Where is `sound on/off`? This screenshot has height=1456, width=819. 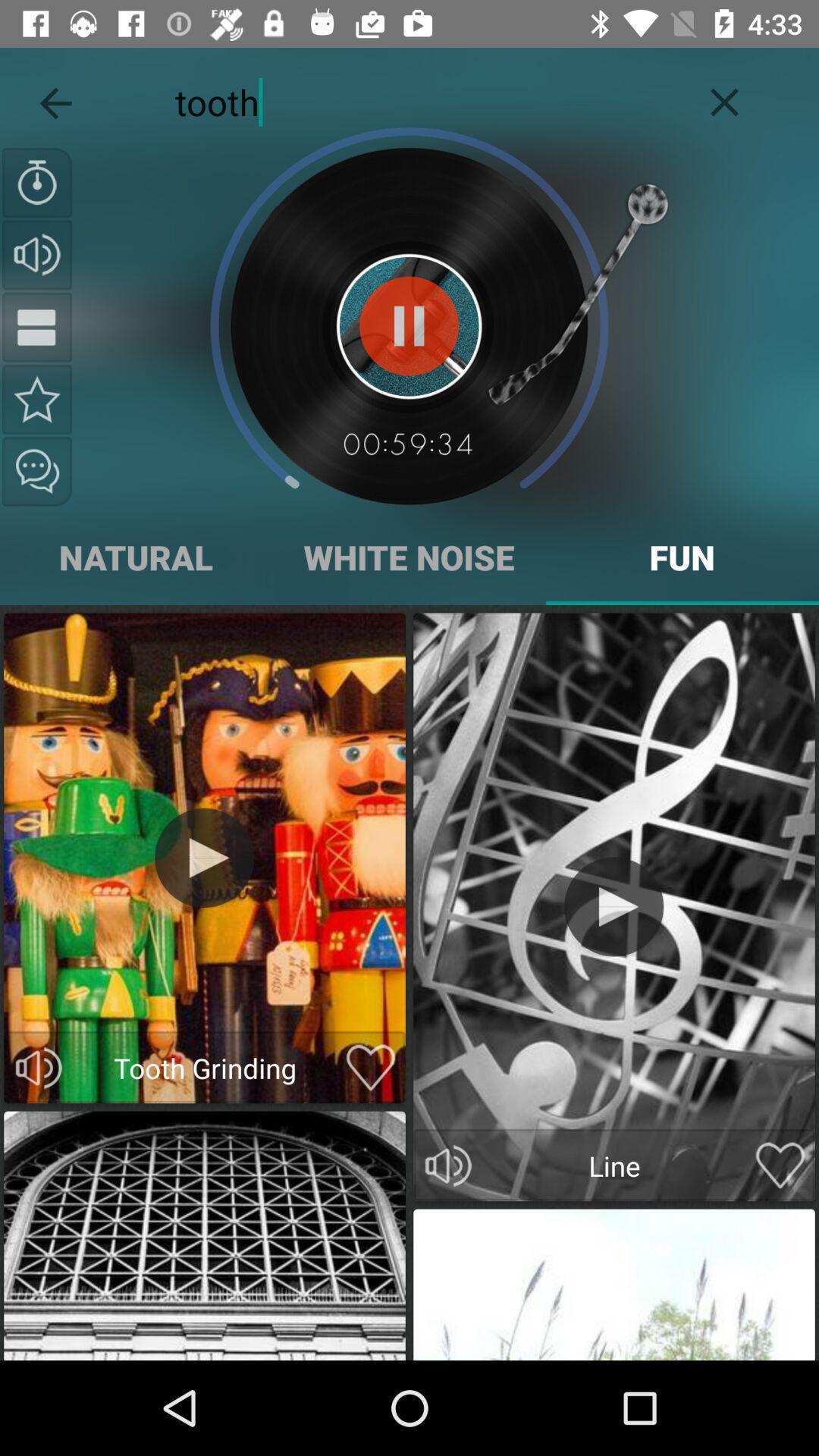 sound on/off is located at coordinates (38, 1067).